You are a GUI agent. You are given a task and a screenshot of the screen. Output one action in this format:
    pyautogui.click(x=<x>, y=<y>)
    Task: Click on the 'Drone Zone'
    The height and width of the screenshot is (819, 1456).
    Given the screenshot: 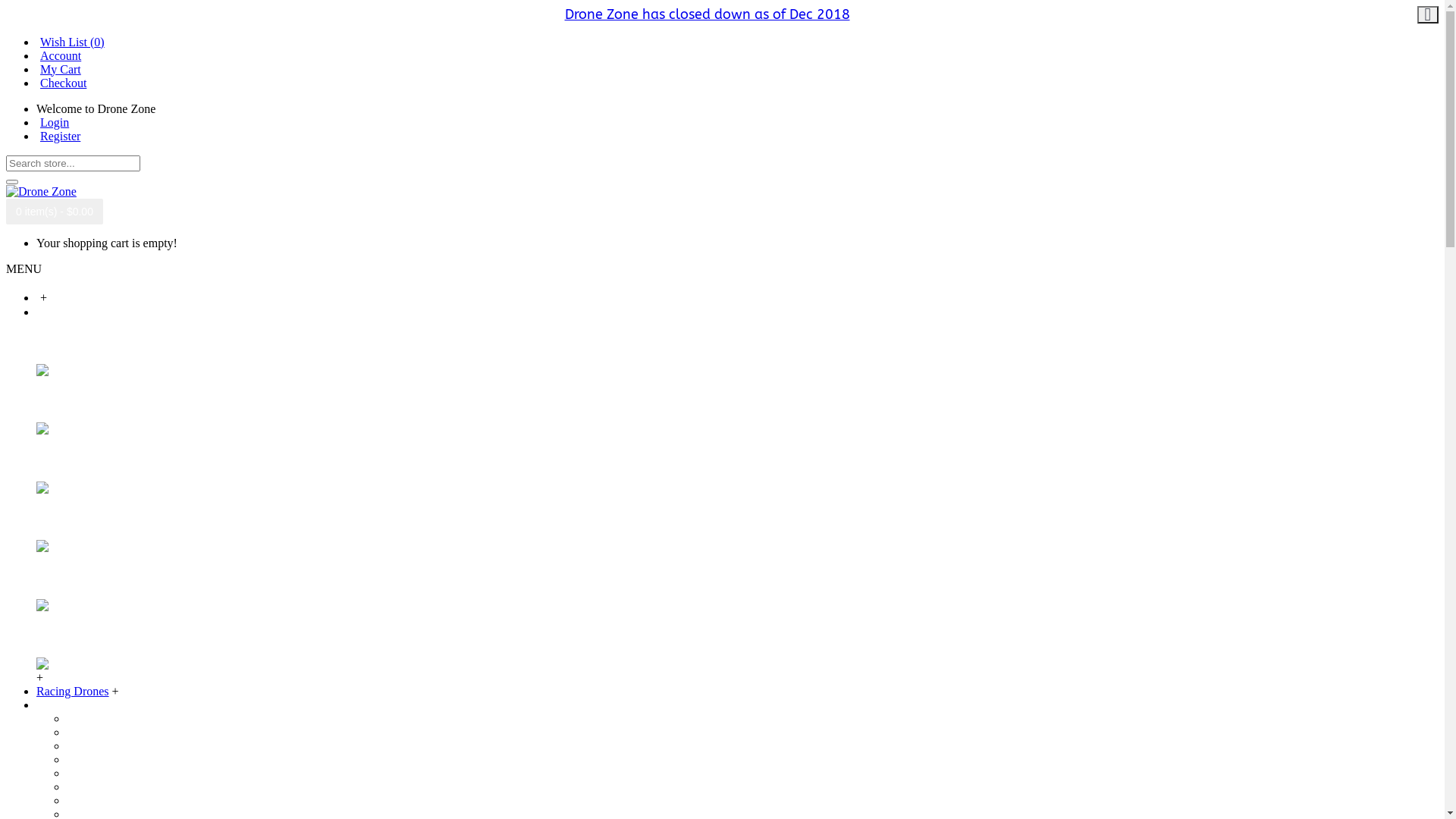 What is the action you would take?
    pyautogui.click(x=41, y=191)
    